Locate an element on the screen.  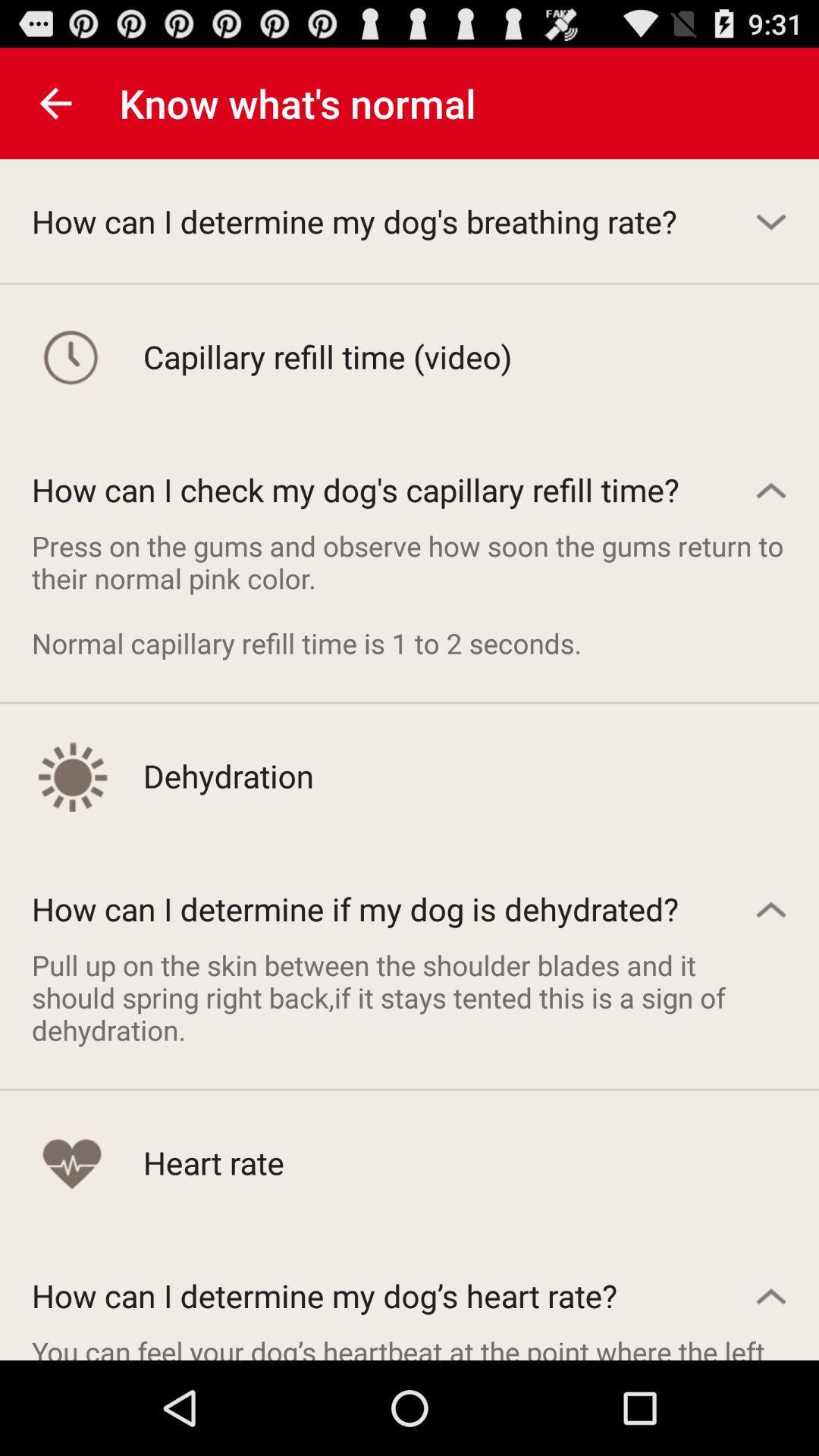
the icon beside dehydration is located at coordinates (71, 776).